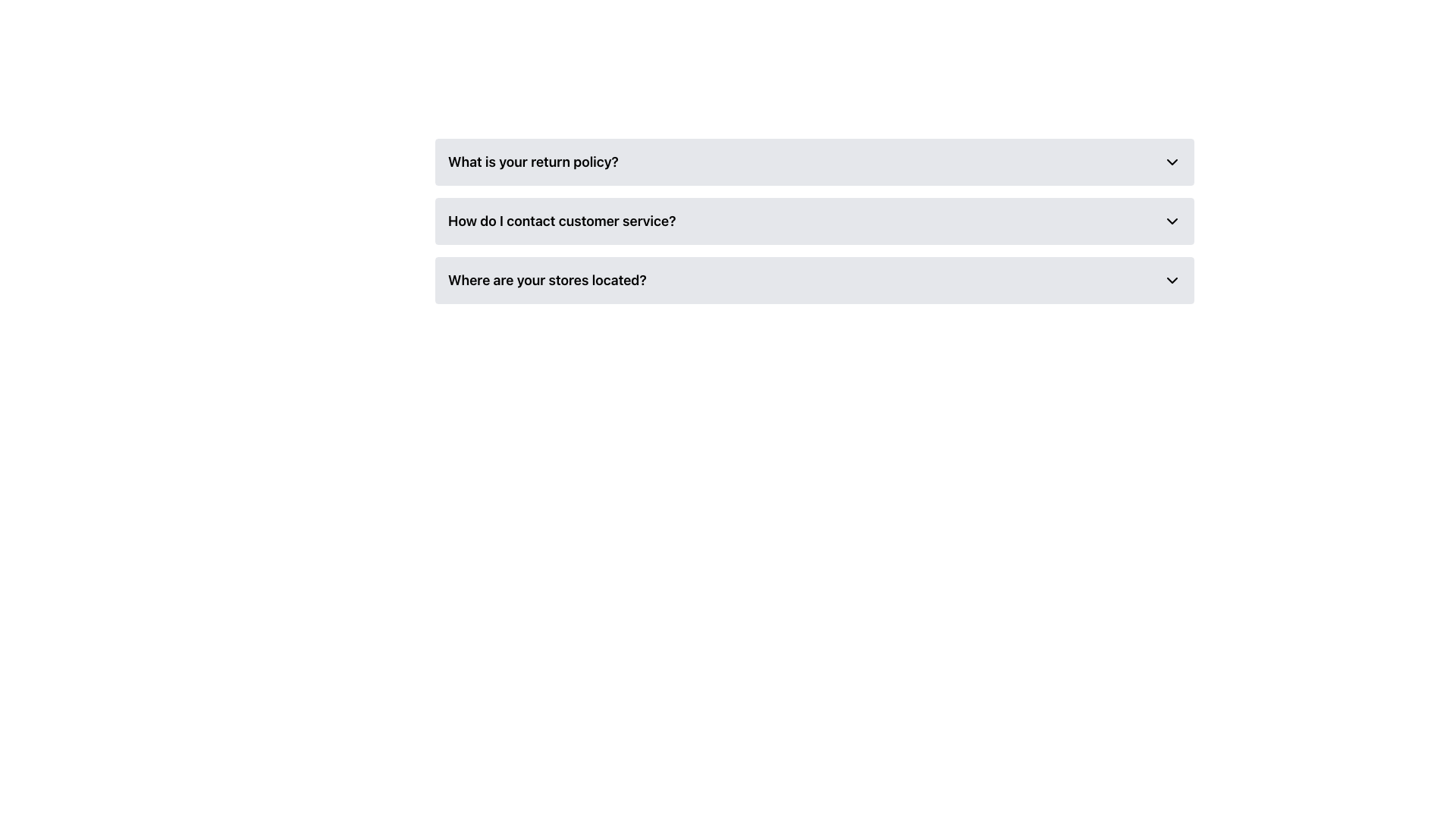  What do you see at coordinates (1171, 221) in the screenshot?
I see `the collapsible content icon located on the right side of the 'How do I contact customer service?' section` at bounding box center [1171, 221].